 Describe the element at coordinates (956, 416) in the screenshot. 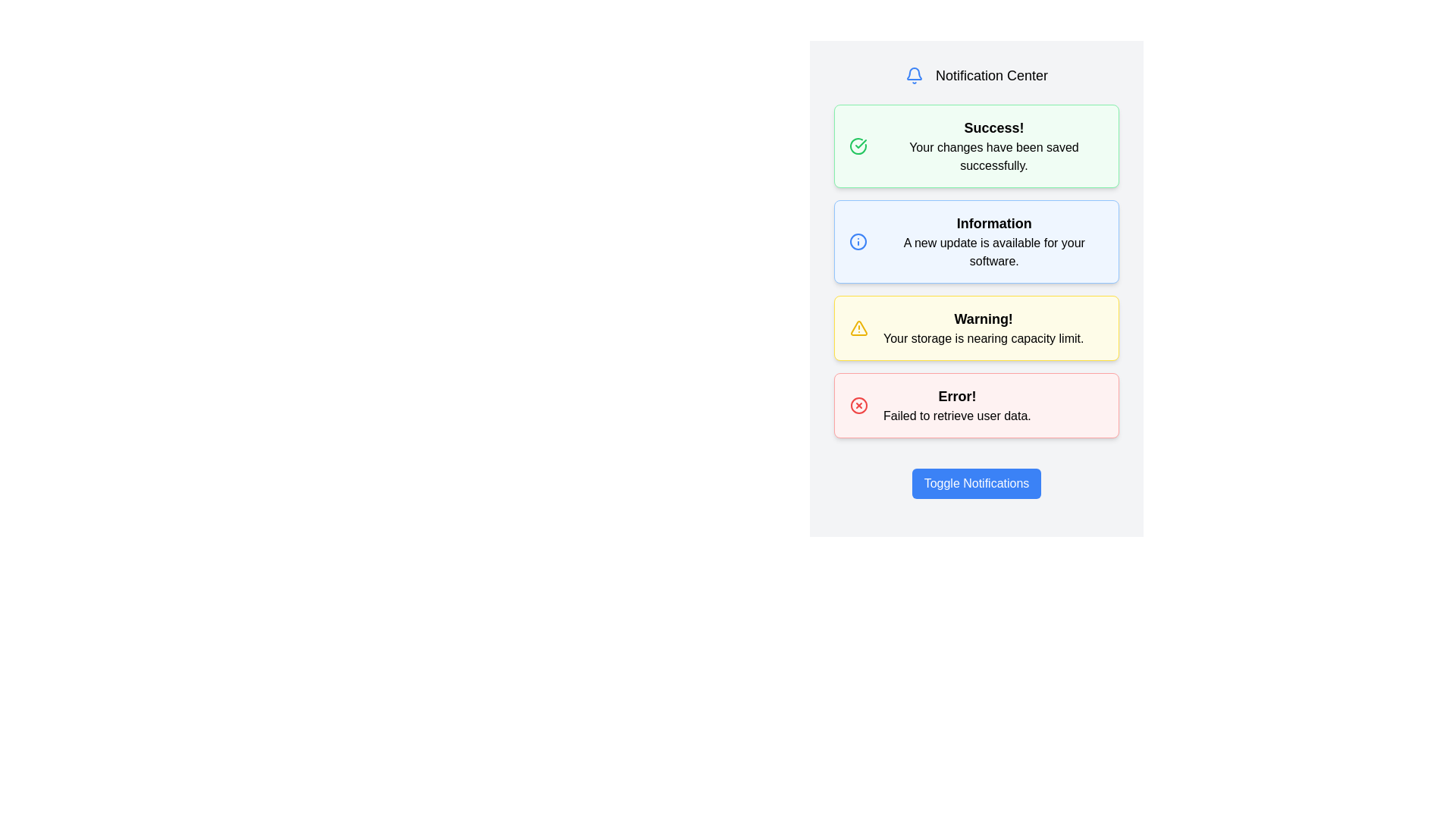

I see `the static text element displaying 'Failed to retrieve user data.' which is located under the 'Error!' heading in the red-bordered notification card` at that location.